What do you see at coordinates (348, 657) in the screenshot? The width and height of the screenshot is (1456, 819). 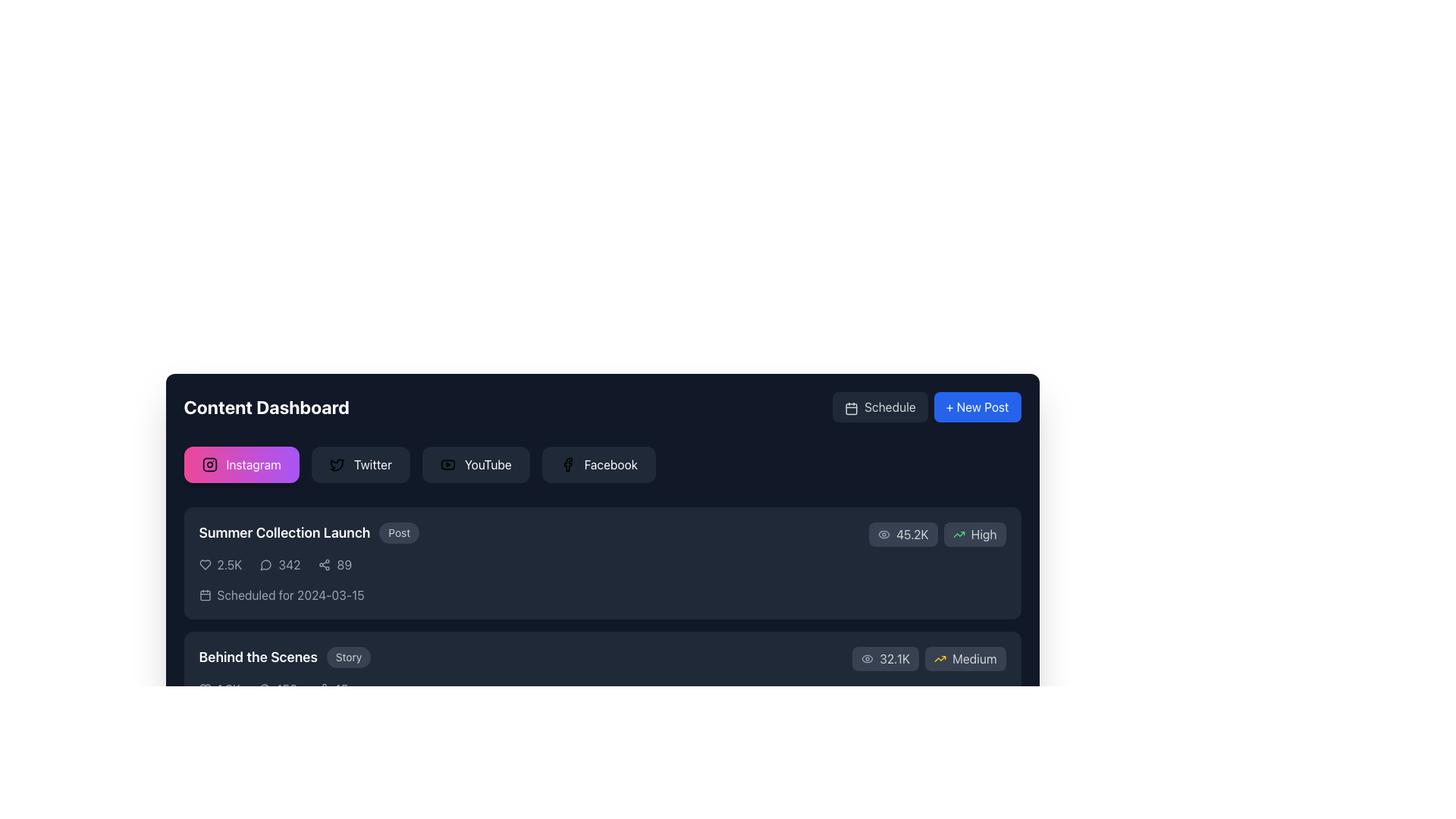 I see `the chip-like tag element with the white text 'Story', which is located on the right side of the sibling element containing the text 'Behind the Scenes'` at bounding box center [348, 657].